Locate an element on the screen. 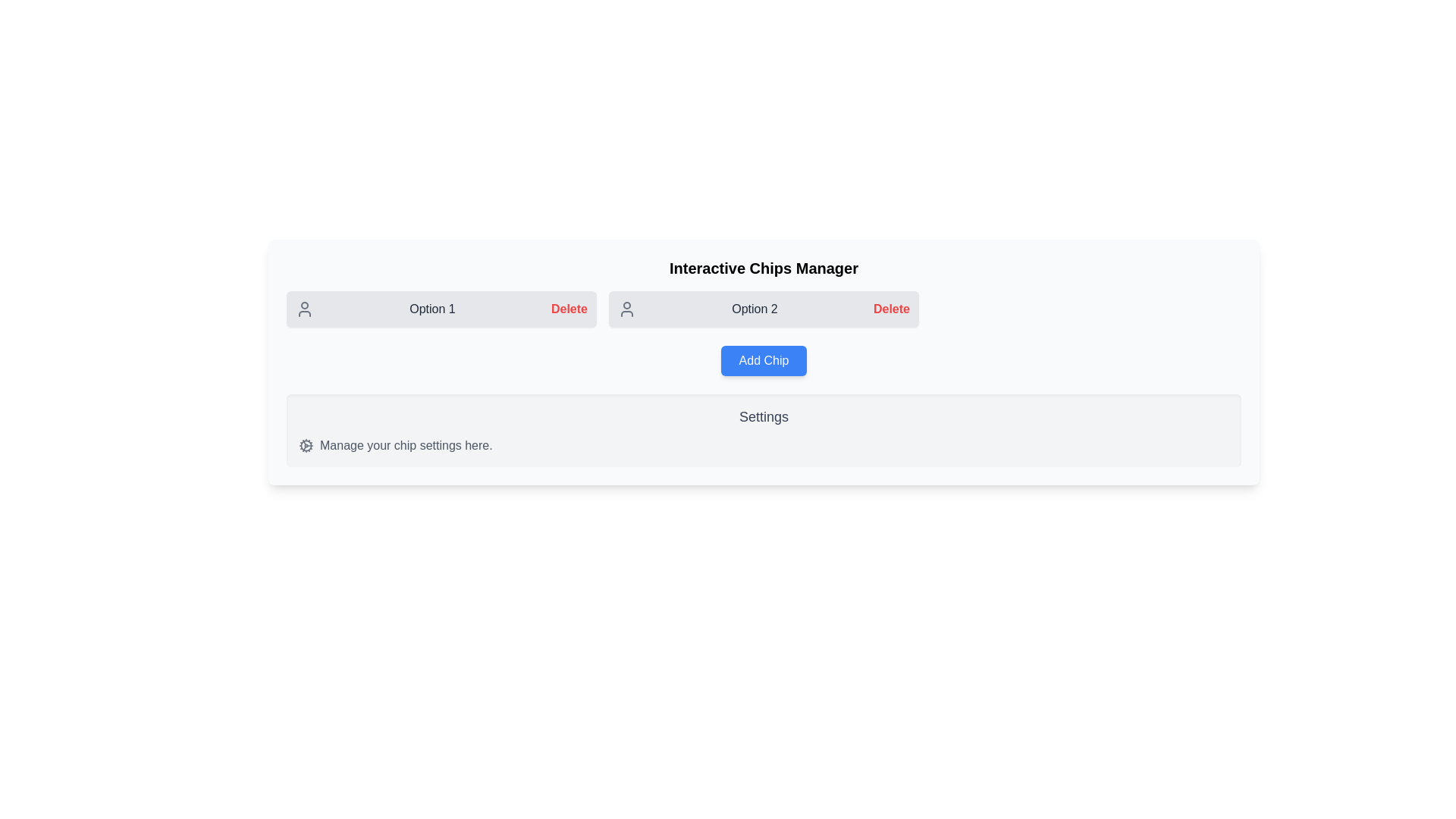 The width and height of the screenshot is (1456, 819). the chip labeled Option 1 by clicking its 'Delete' button is located at coordinates (568, 309).